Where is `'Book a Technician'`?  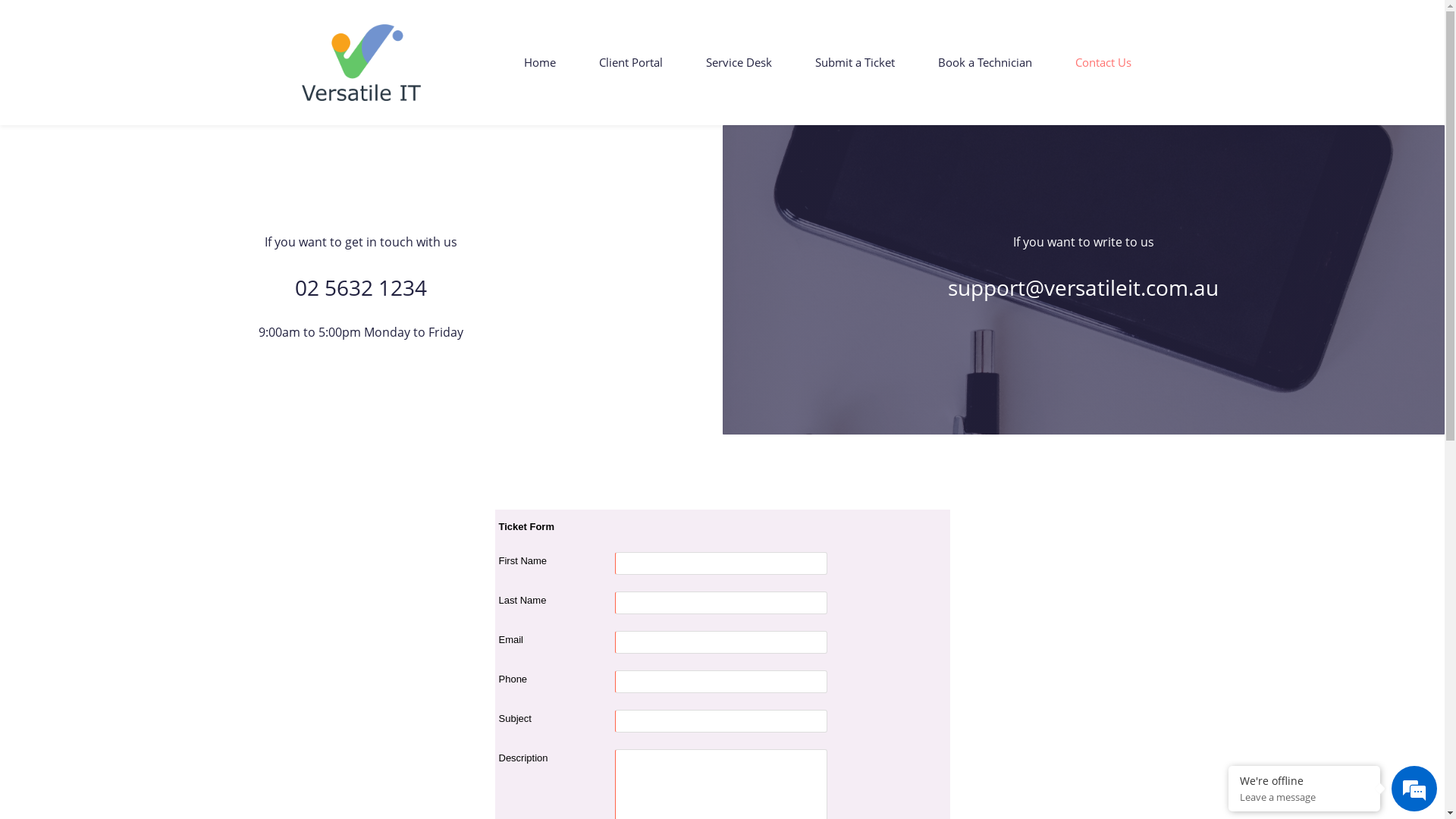
'Book a Technician' is located at coordinates (984, 61).